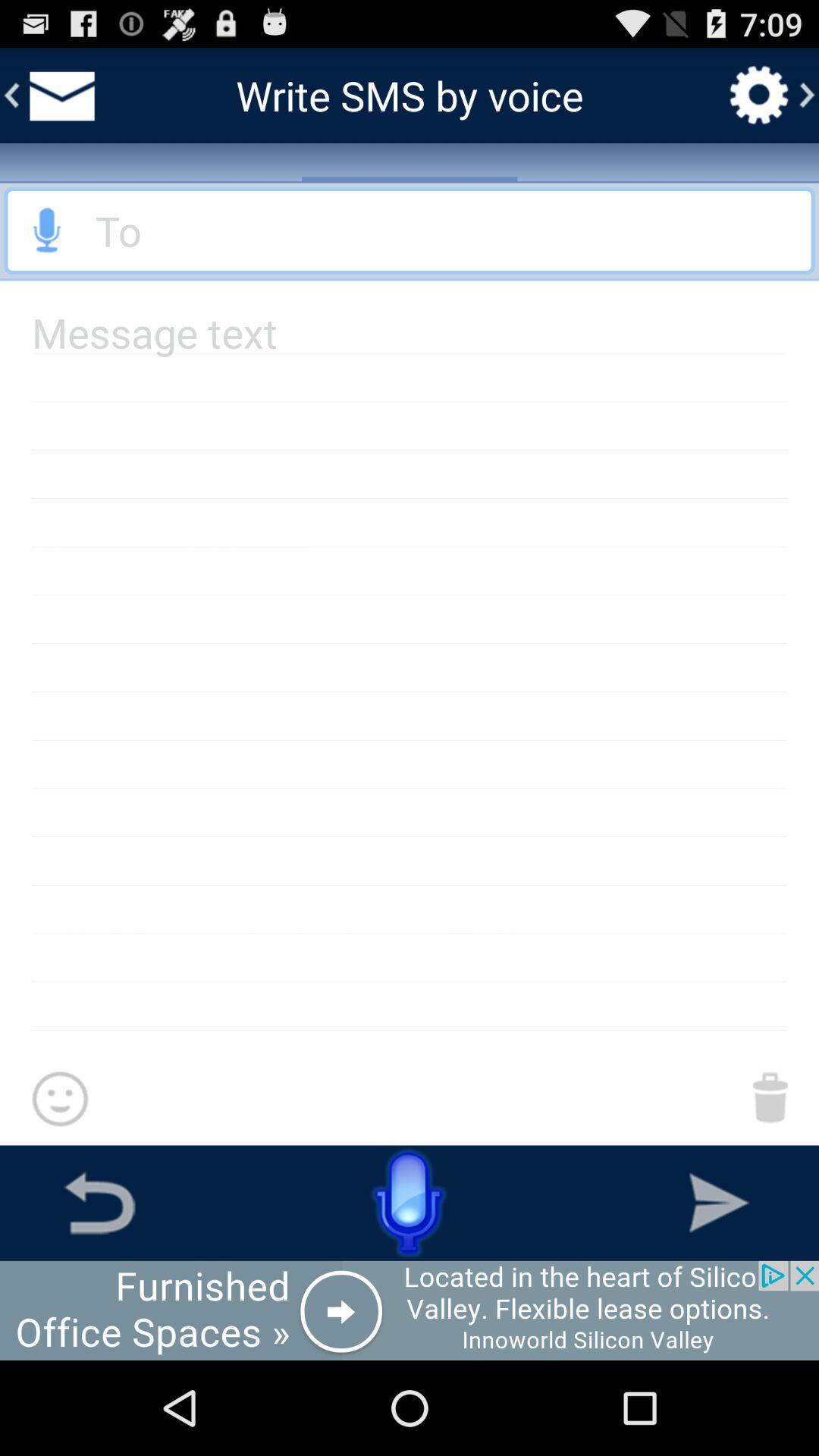 The width and height of the screenshot is (819, 1456). I want to click on the email icon, so click(58, 101).